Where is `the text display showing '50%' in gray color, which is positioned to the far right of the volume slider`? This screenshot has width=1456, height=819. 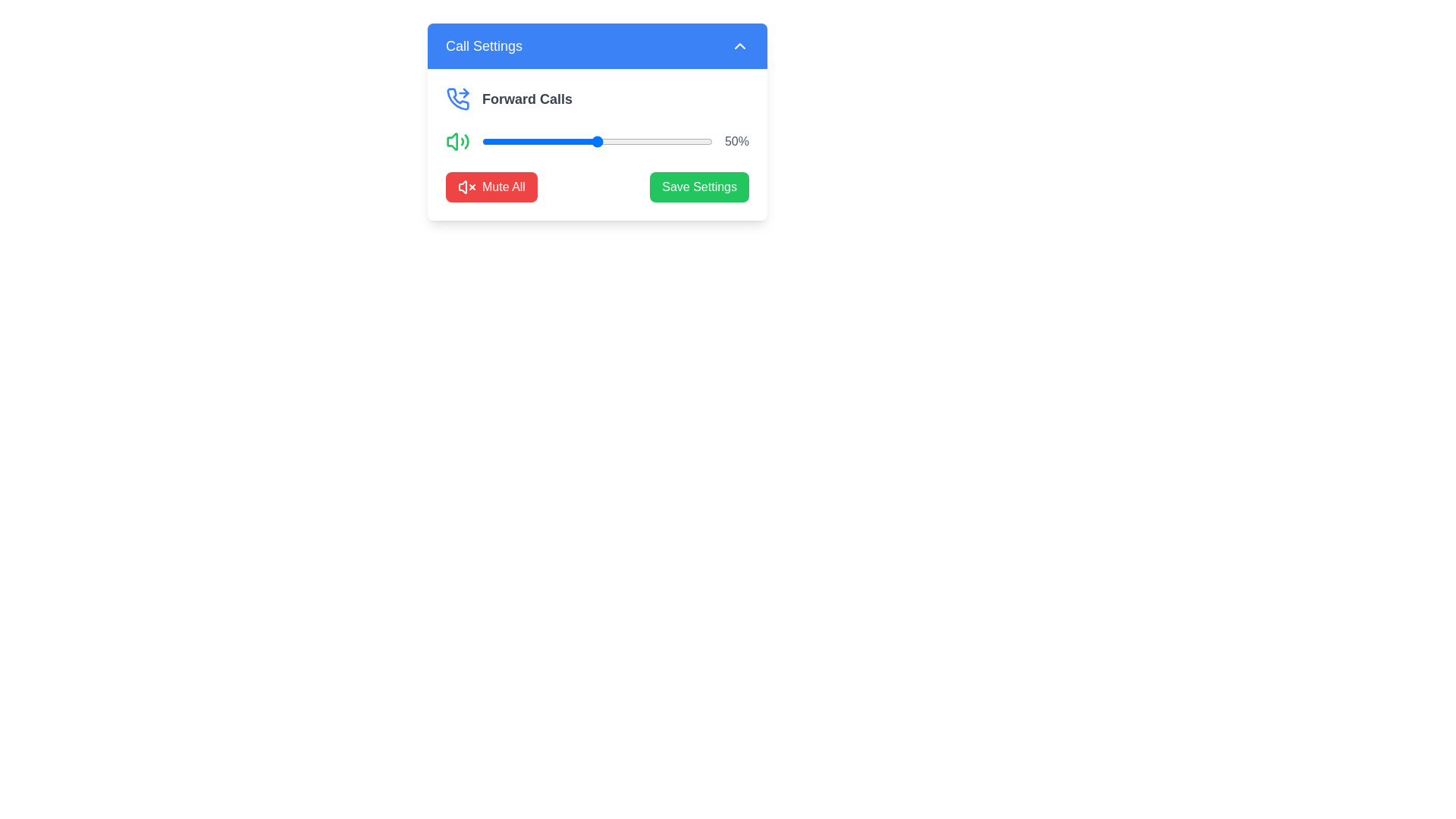 the text display showing '50%' in gray color, which is positioned to the far right of the volume slider is located at coordinates (736, 141).